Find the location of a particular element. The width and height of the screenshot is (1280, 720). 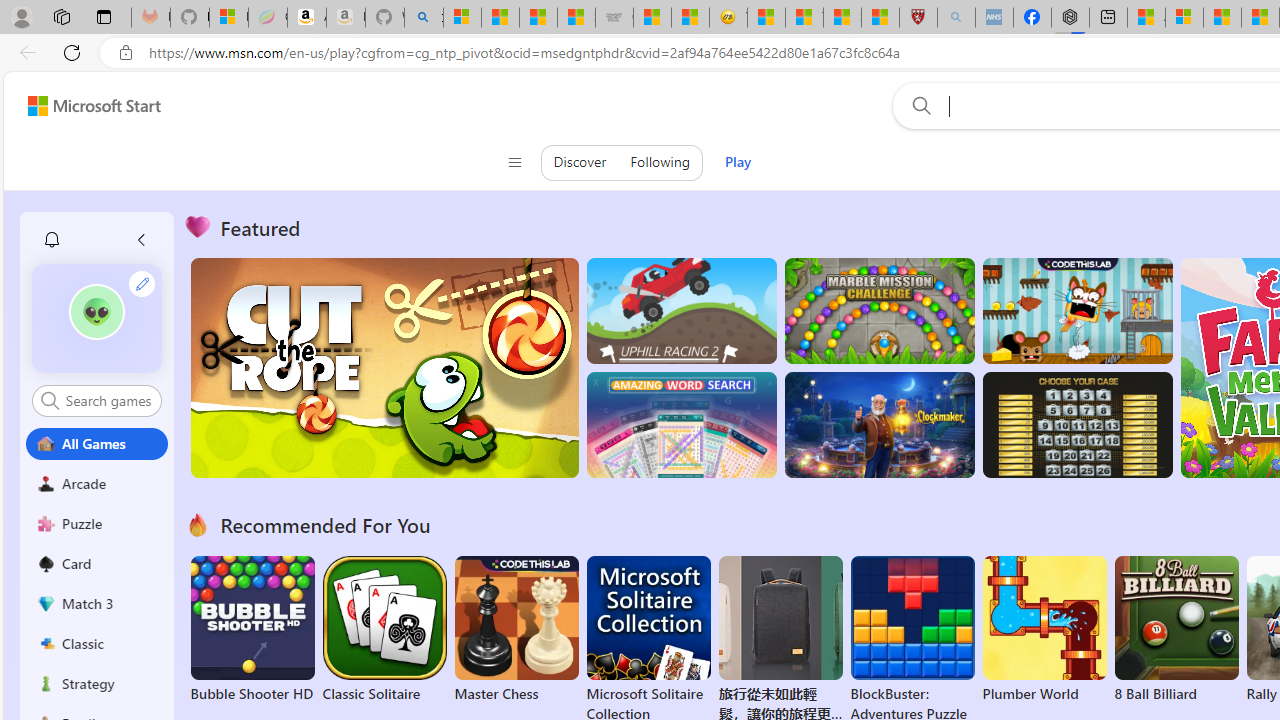

'Marble Mission : Challenge' is located at coordinates (879, 311).